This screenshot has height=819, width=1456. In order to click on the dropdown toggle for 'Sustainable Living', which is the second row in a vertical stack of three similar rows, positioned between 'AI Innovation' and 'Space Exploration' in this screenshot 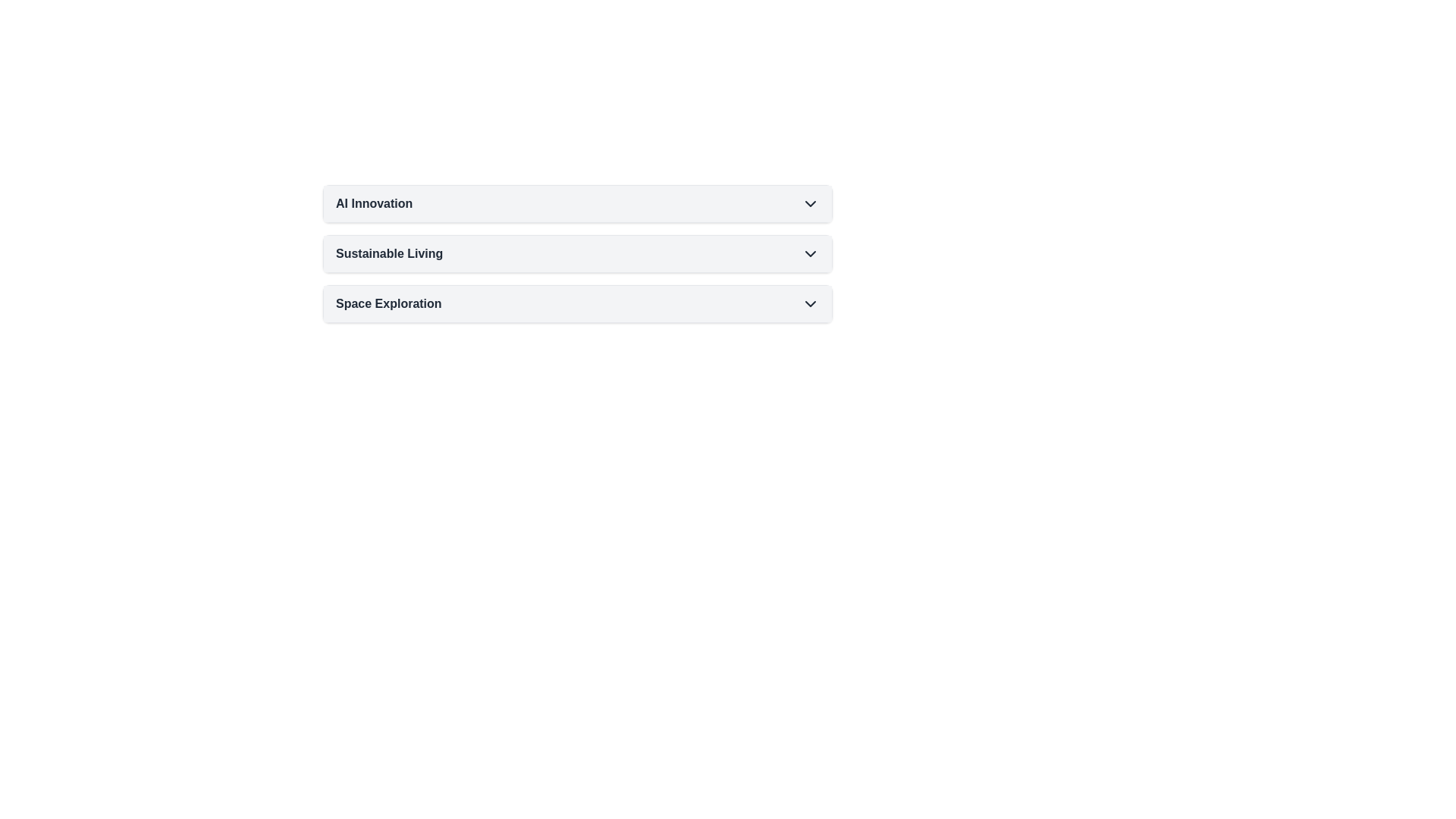, I will do `click(577, 253)`.